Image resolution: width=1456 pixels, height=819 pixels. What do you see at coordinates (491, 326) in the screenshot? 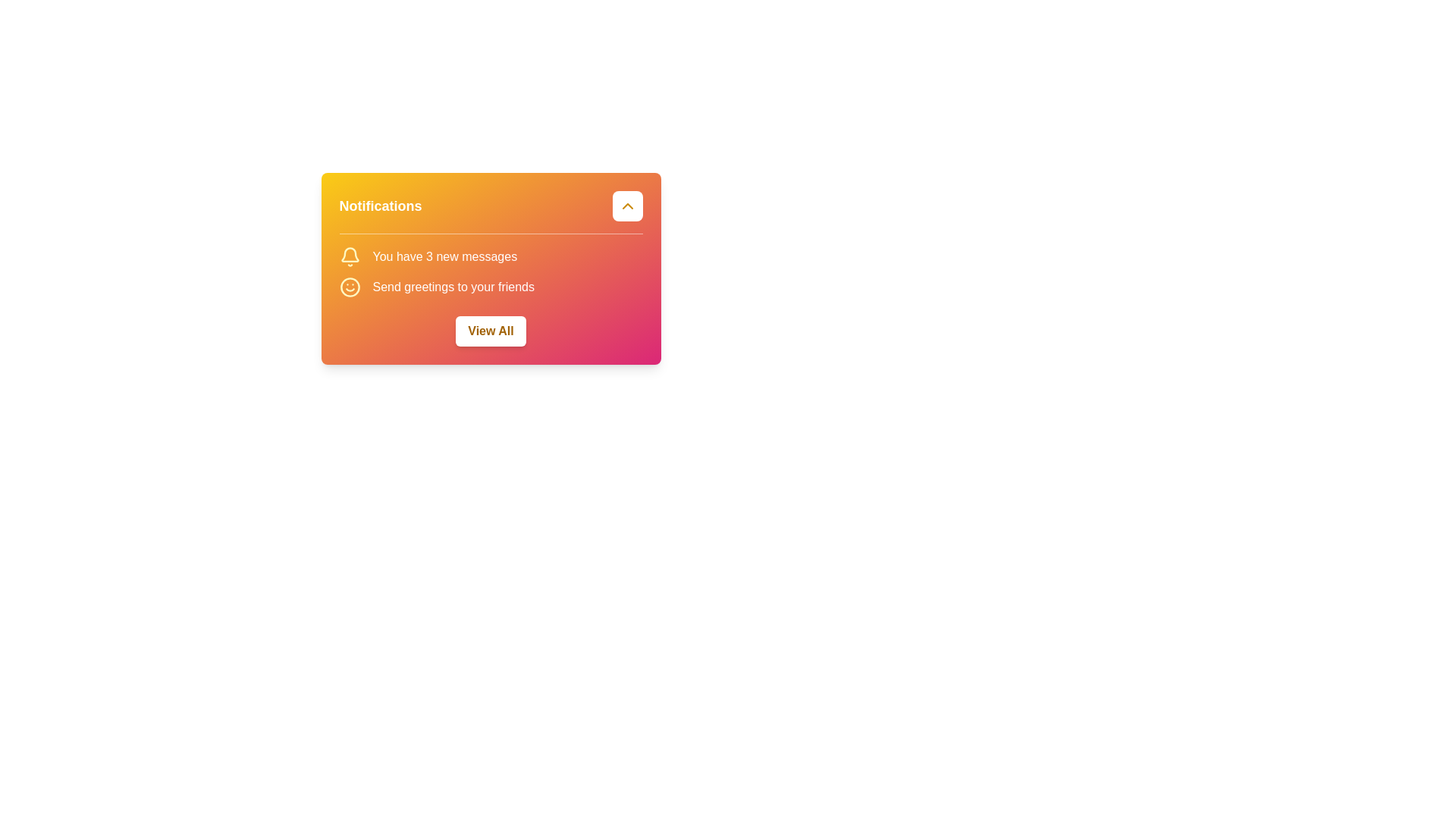
I see `the button located at the bottom center of the notification card` at bounding box center [491, 326].